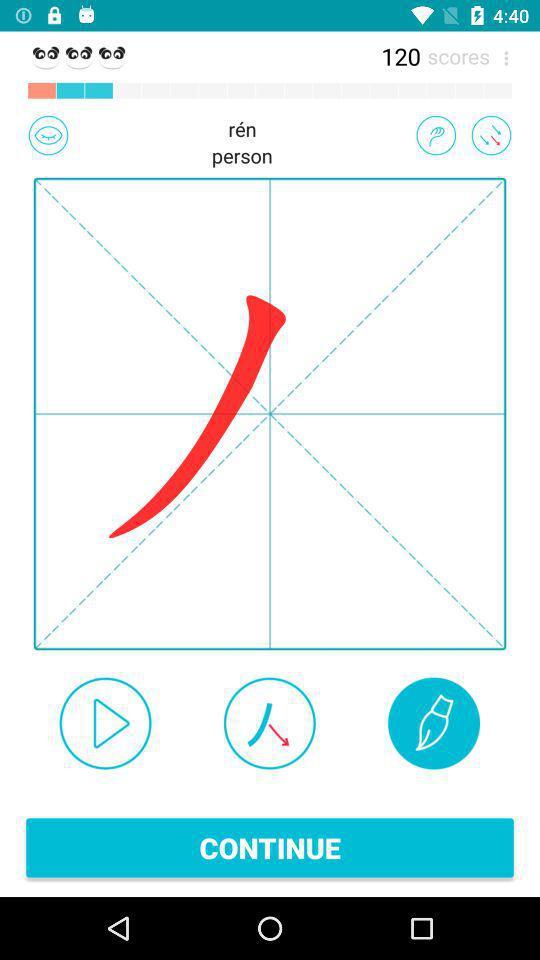  What do you see at coordinates (433, 722) in the screenshot?
I see `icon at the bottom right corner` at bounding box center [433, 722].